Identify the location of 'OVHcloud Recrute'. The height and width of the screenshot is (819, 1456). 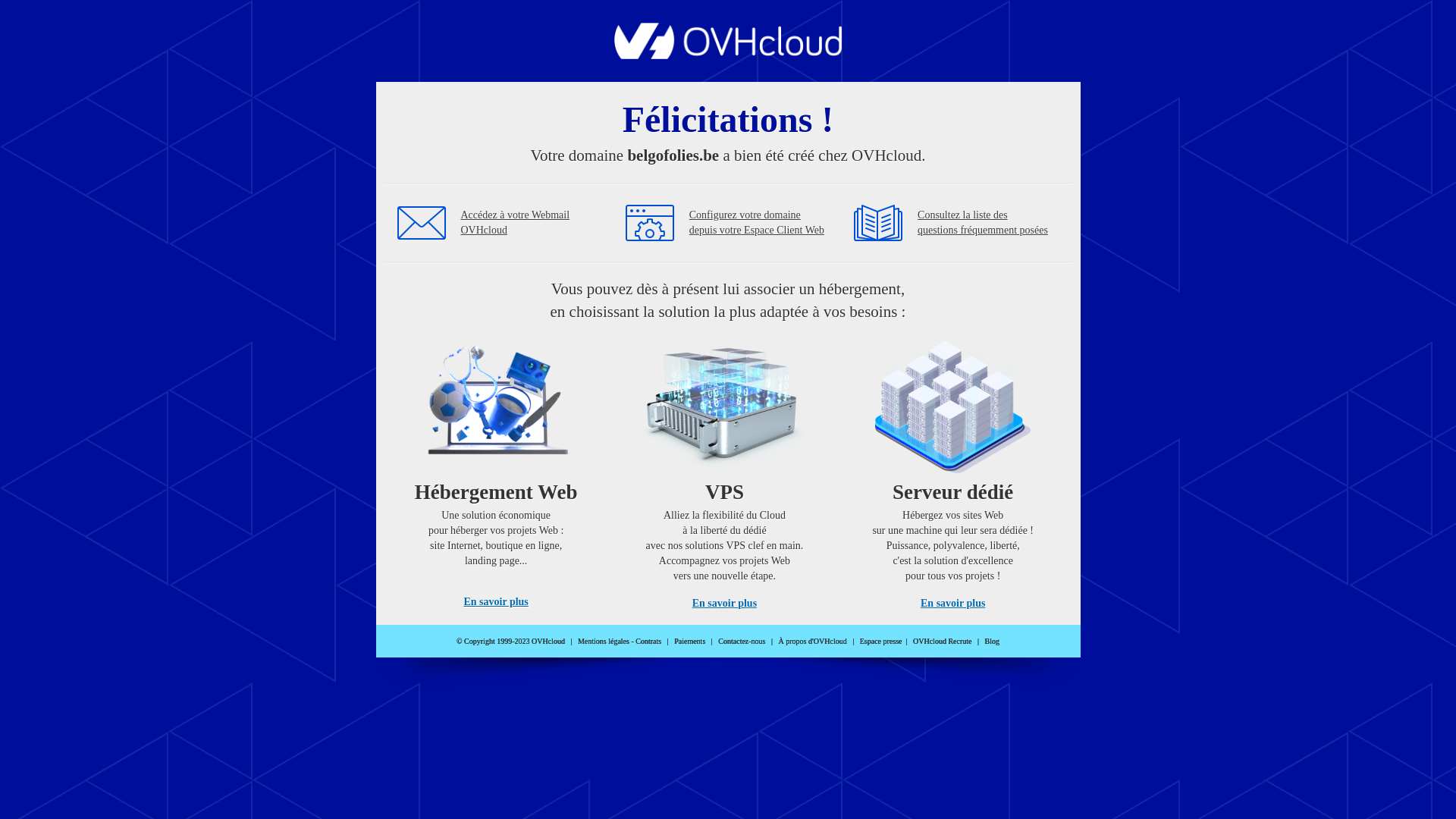
(941, 641).